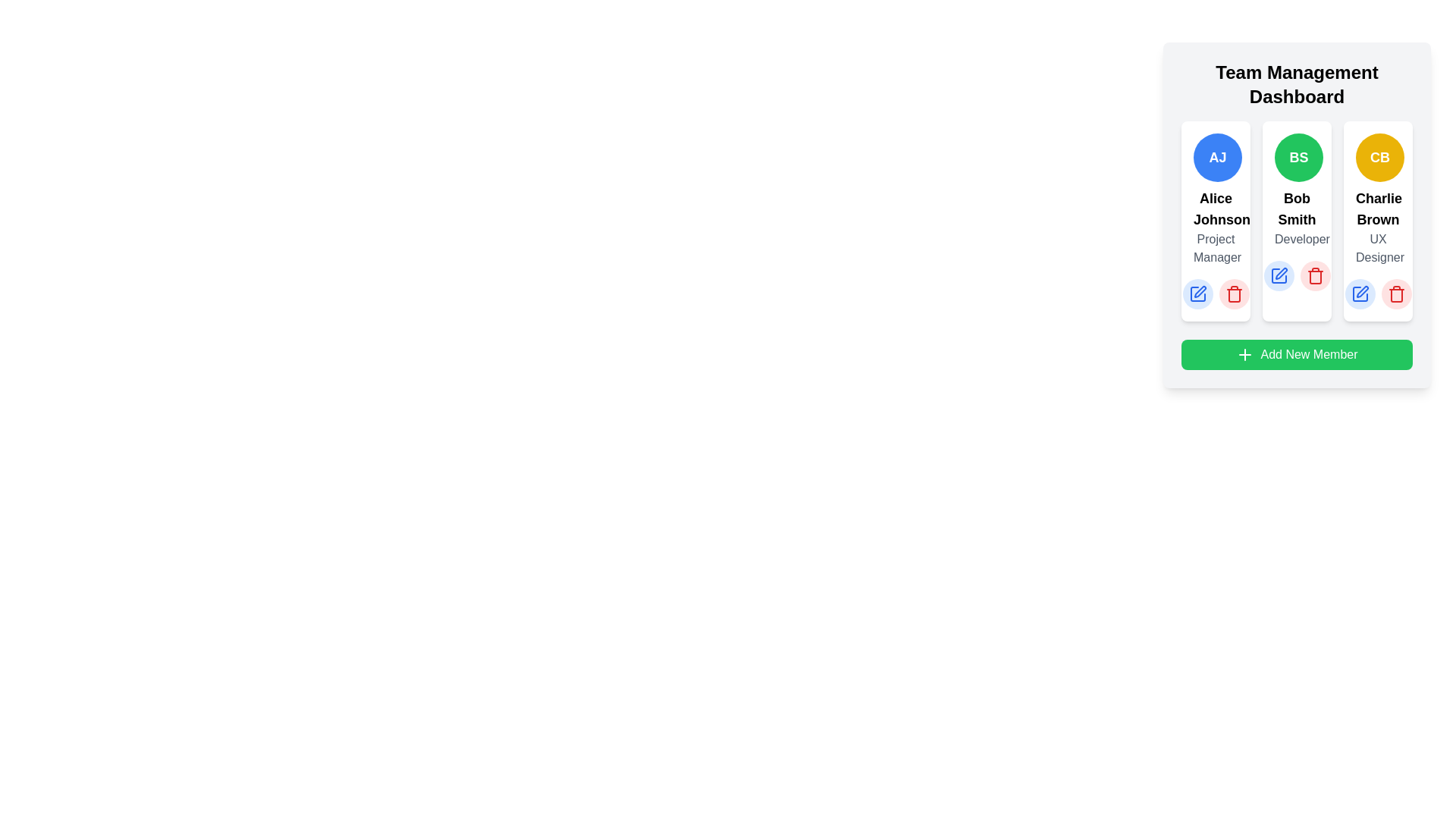 The width and height of the screenshot is (1456, 819). Describe the element at coordinates (1395, 294) in the screenshot. I see `the delete button associated with 'Charlie Brown, UX Designer' to observe the hover effects` at that location.